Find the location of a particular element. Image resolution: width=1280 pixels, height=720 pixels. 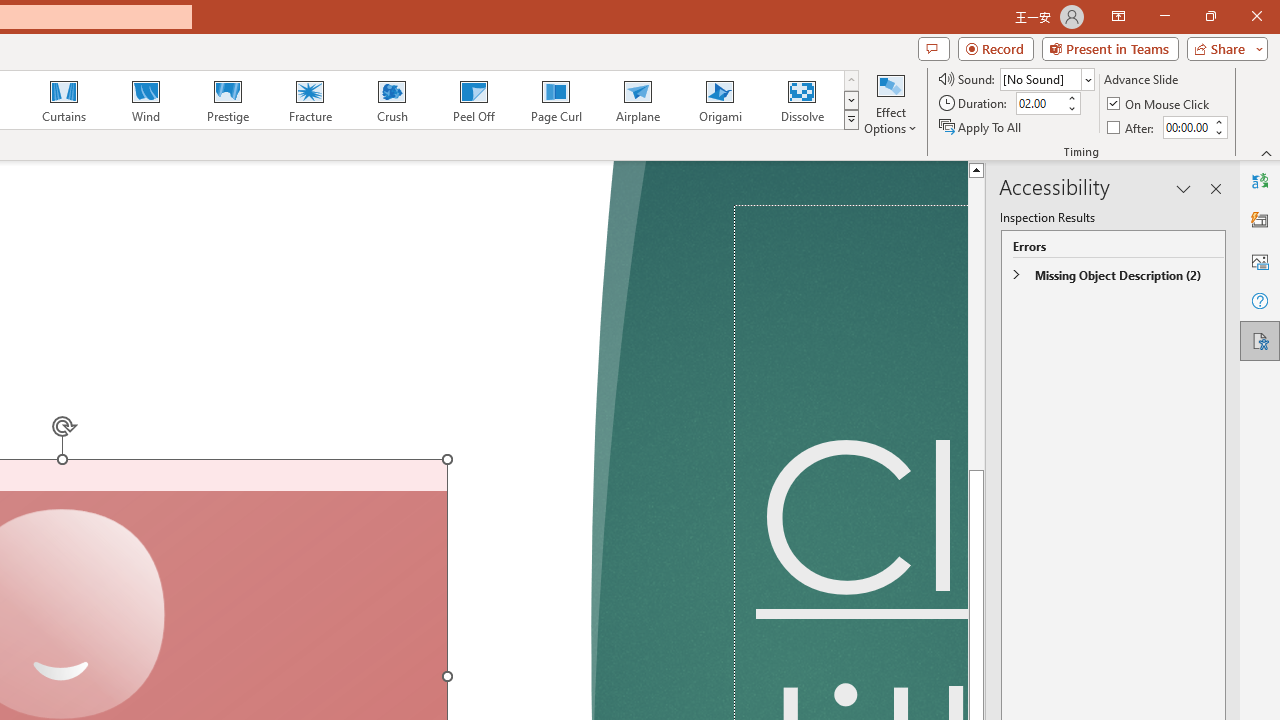

'Sound' is located at coordinates (1046, 78).